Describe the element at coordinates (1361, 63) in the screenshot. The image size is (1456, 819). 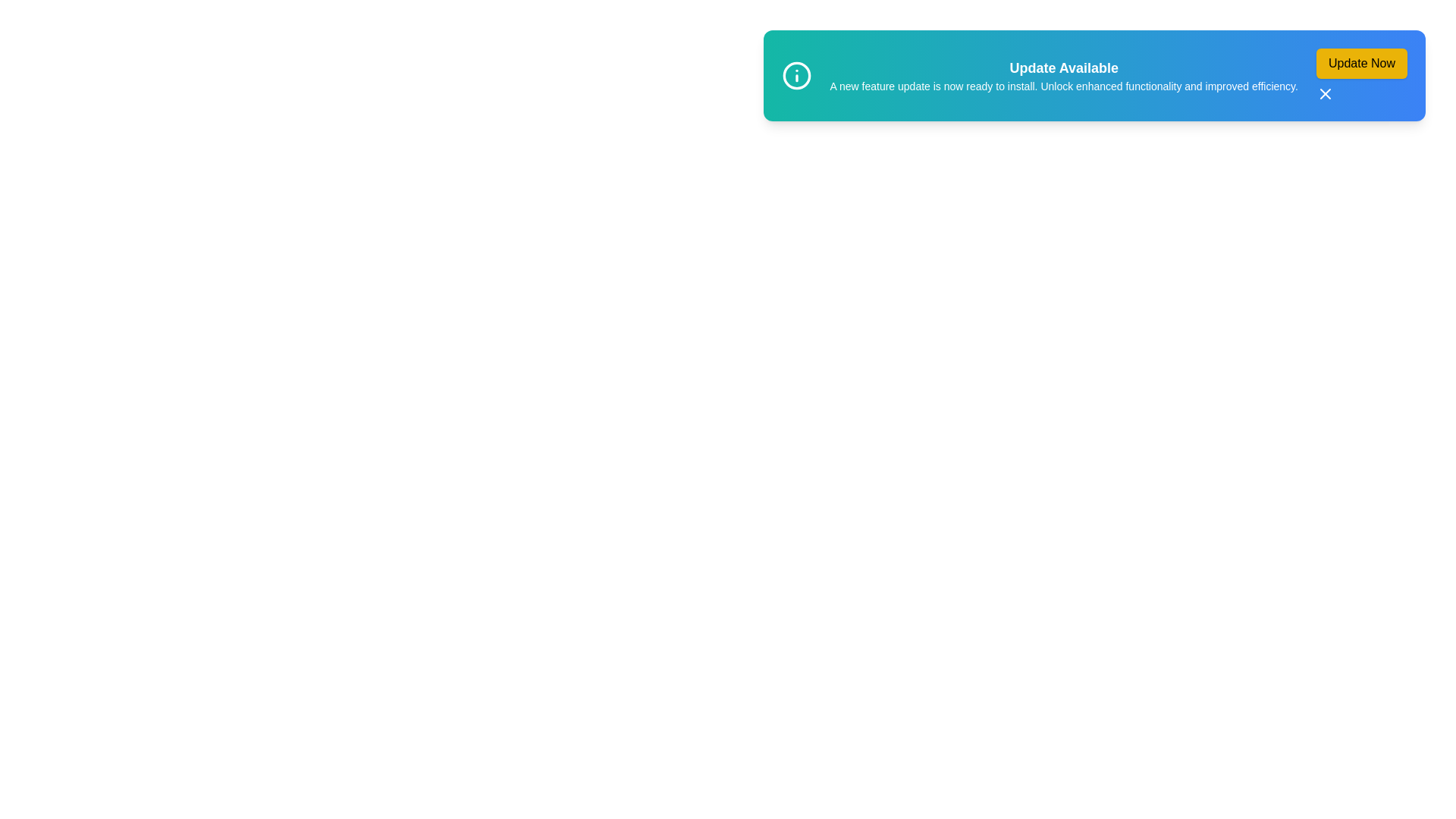
I see `the 'Update Now' button to initiate the update installation` at that location.